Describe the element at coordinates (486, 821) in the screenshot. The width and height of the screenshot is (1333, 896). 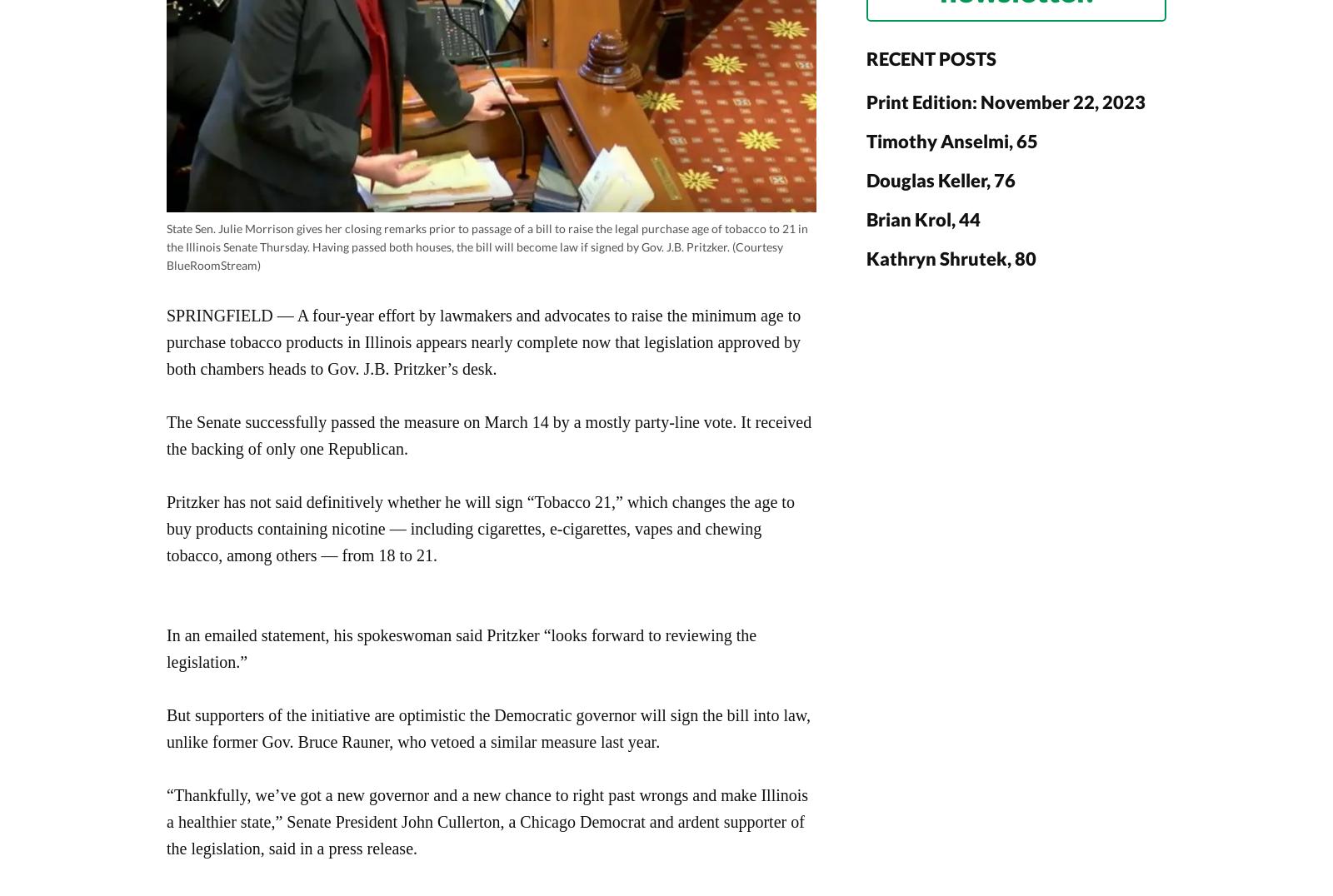
I see `'“Thankfully, we’ve got a new governor and a new chance to right past wrongs and make Illinois a healthier state,” Senate President John Cullerton, a Chicago Democrat and ardent supporter of the legislation, said in a press release.'` at that location.